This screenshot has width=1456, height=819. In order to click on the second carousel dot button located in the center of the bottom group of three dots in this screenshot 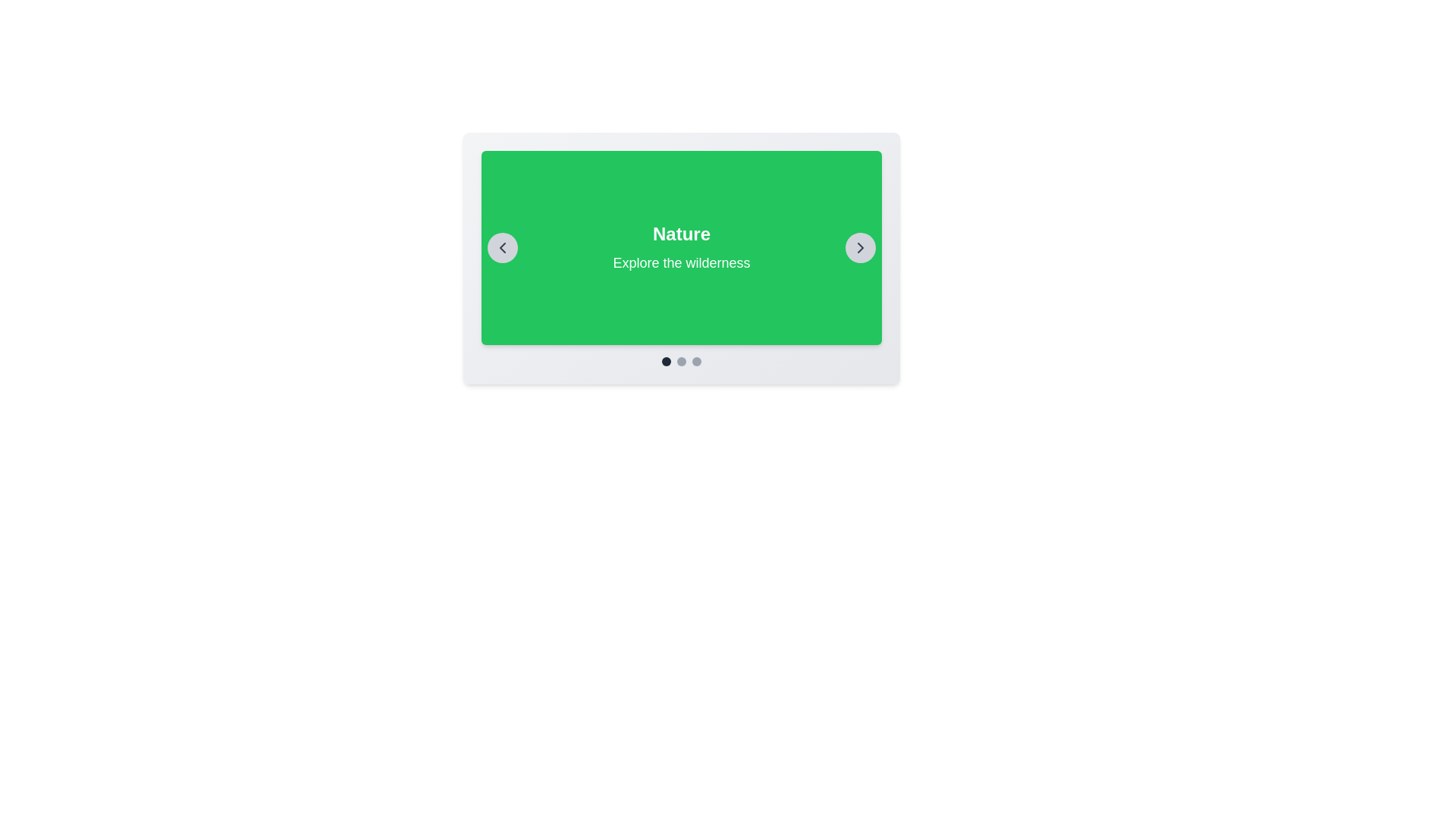, I will do `click(680, 362)`.